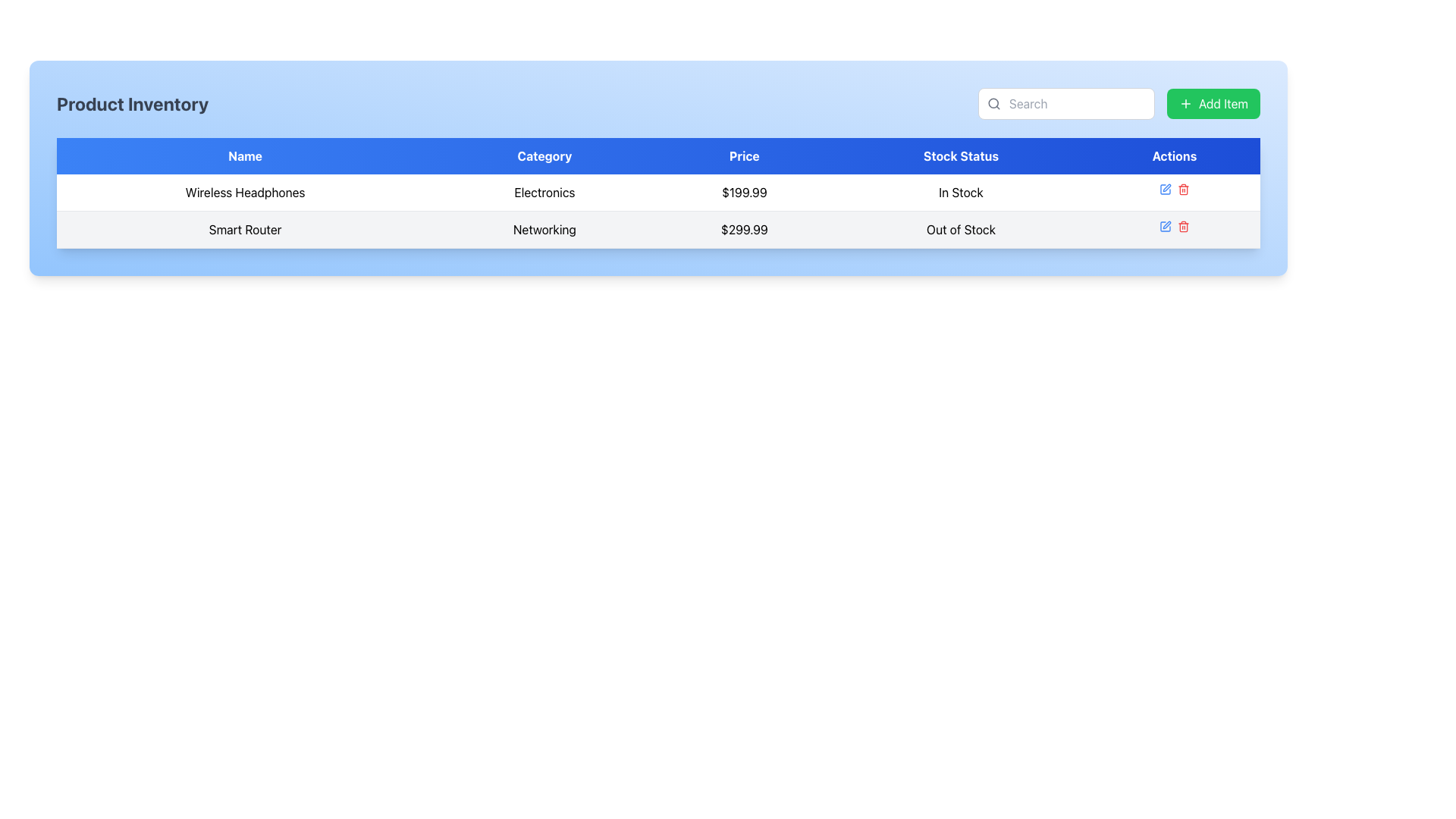 The height and width of the screenshot is (819, 1456). Describe the element at coordinates (960, 192) in the screenshot. I see `the Text label indicating stock availability in the first row of the table, which is located in the last cell of the fourth column ("Stock Status") adjacent to the price cell "$199.99"` at that location.